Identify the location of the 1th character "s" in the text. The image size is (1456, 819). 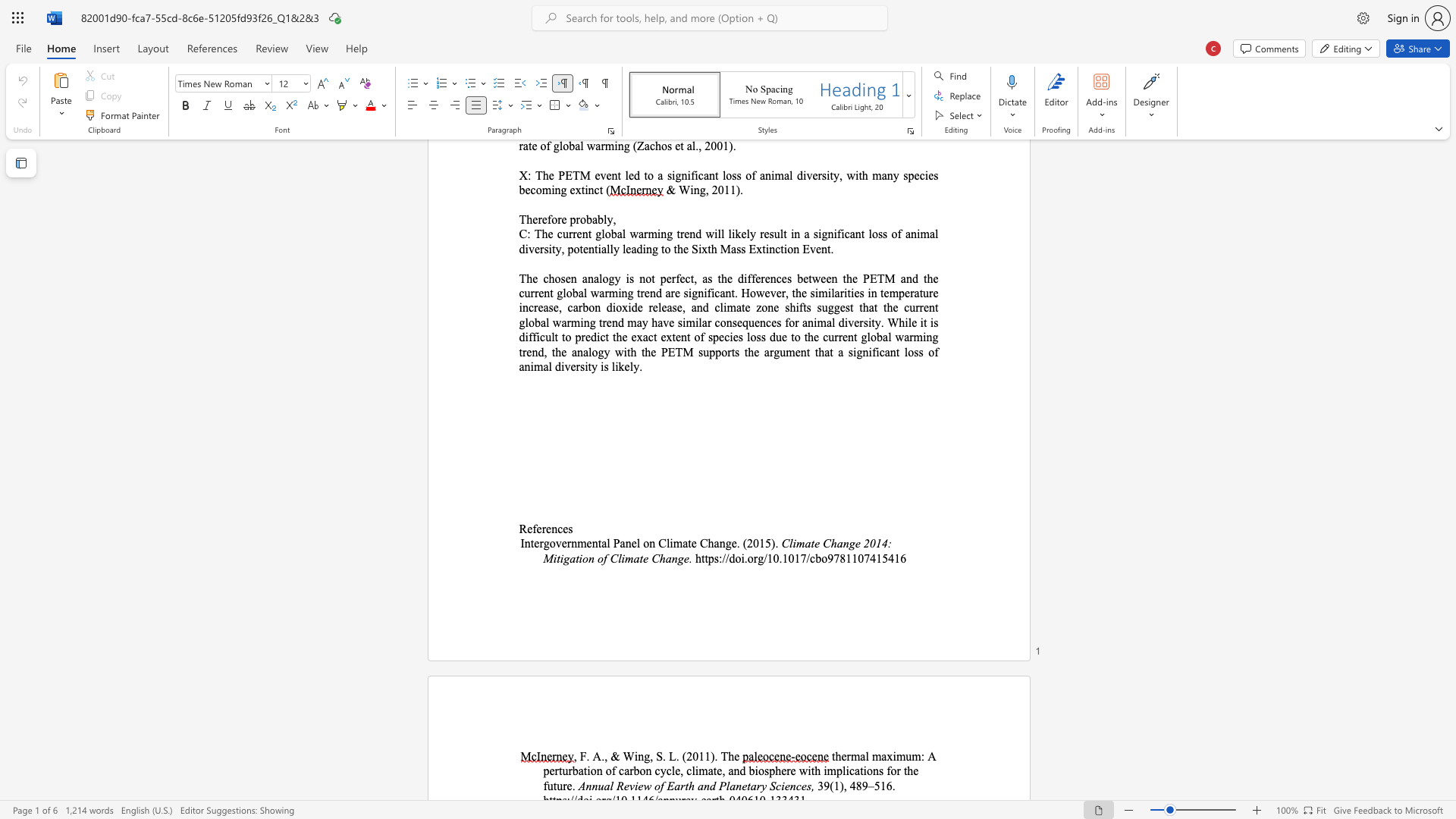
(570, 528).